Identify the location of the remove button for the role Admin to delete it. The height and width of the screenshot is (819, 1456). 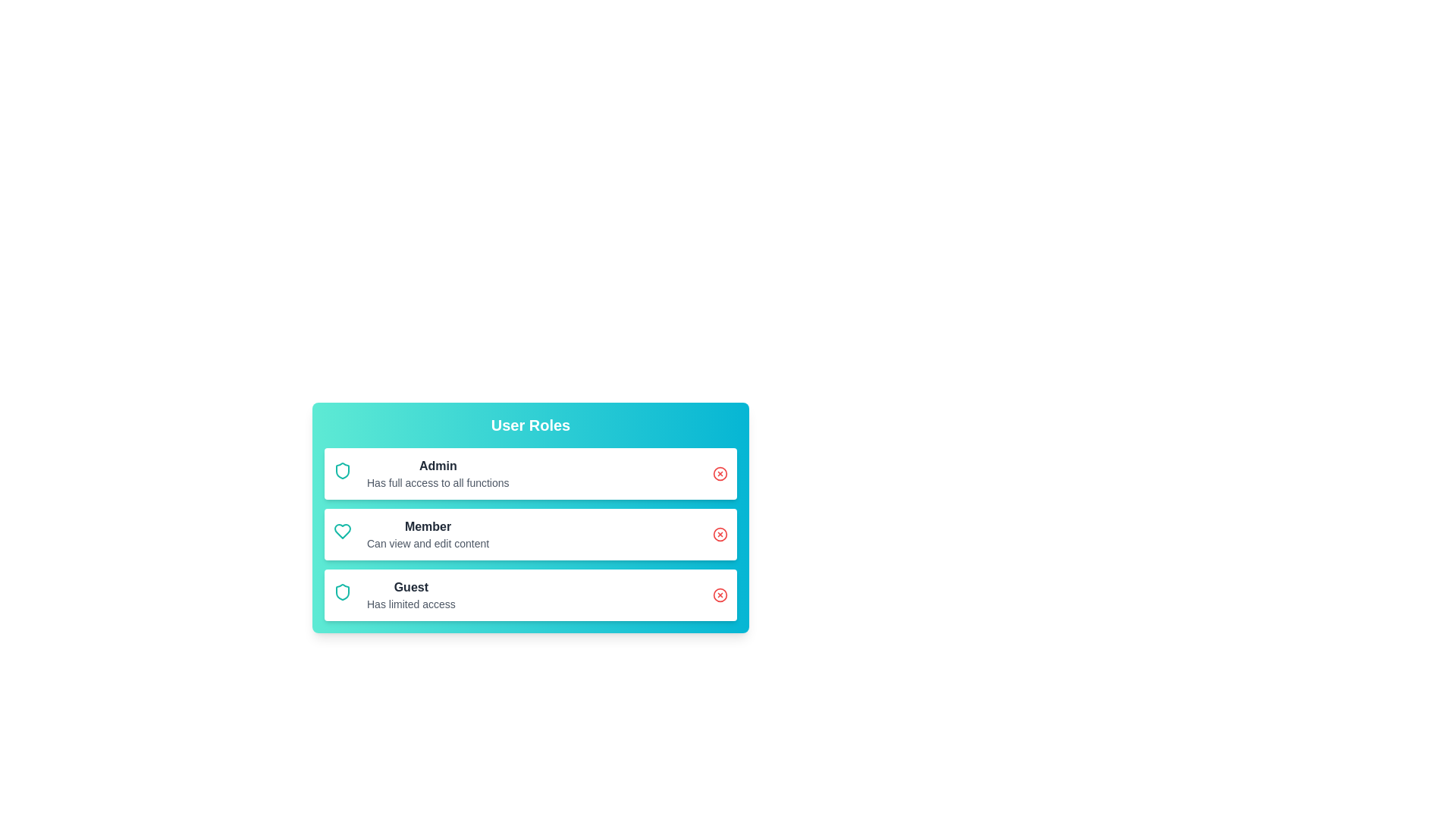
(720, 472).